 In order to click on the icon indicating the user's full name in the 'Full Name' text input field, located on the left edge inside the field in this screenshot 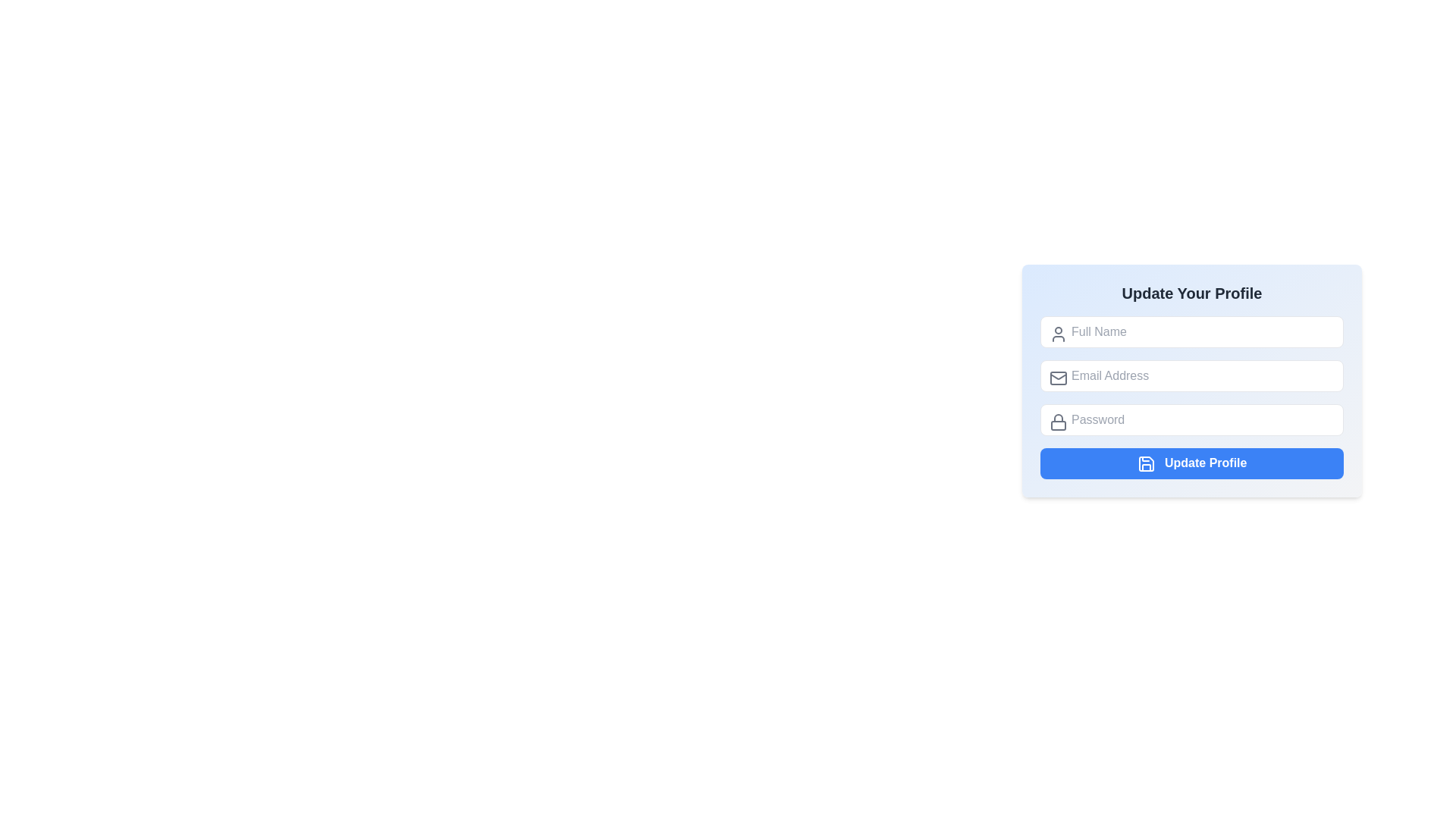, I will do `click(1058, 333)`.